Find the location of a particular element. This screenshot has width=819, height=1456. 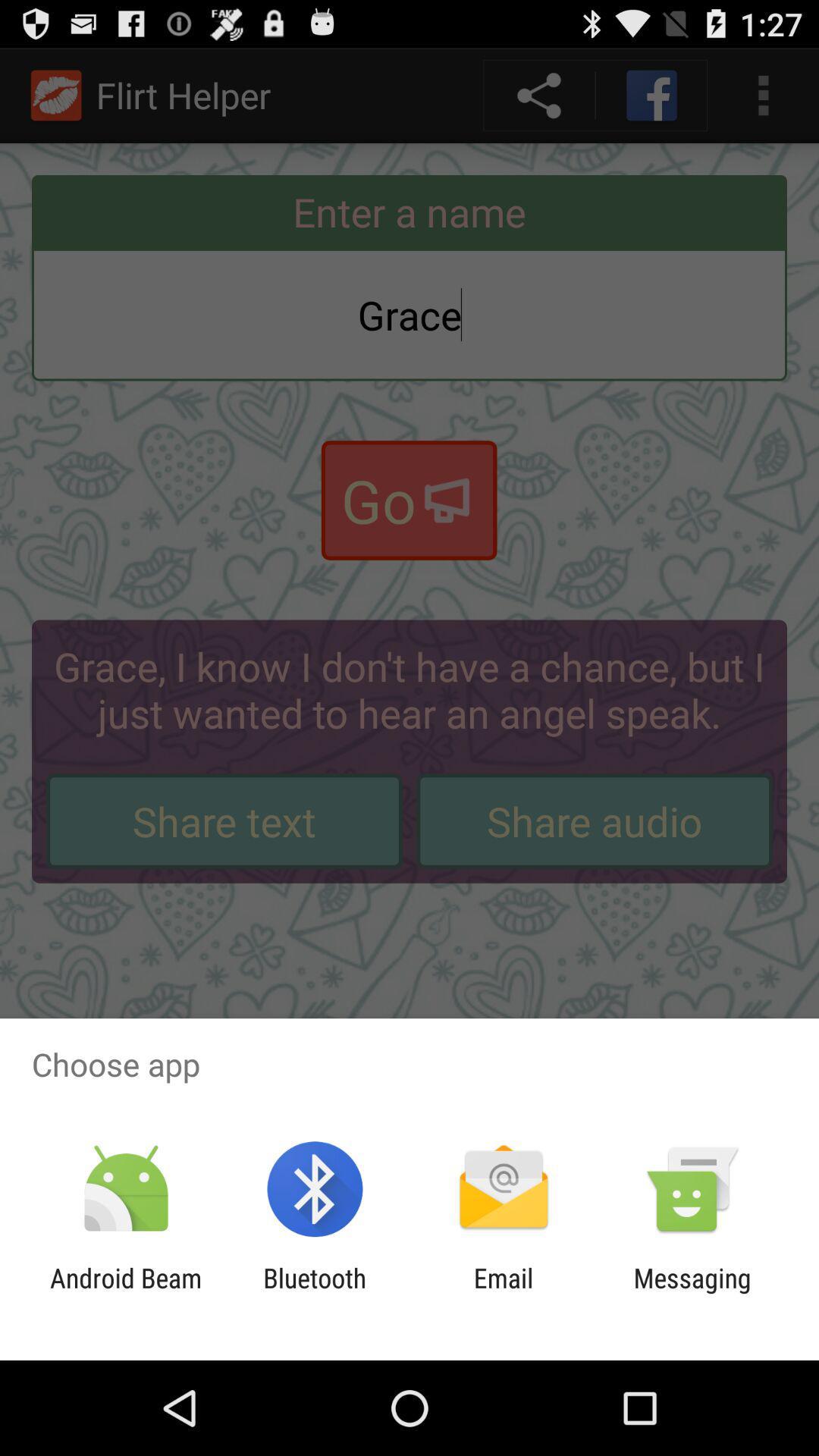

email icon is located at coordinates (504, 1293).